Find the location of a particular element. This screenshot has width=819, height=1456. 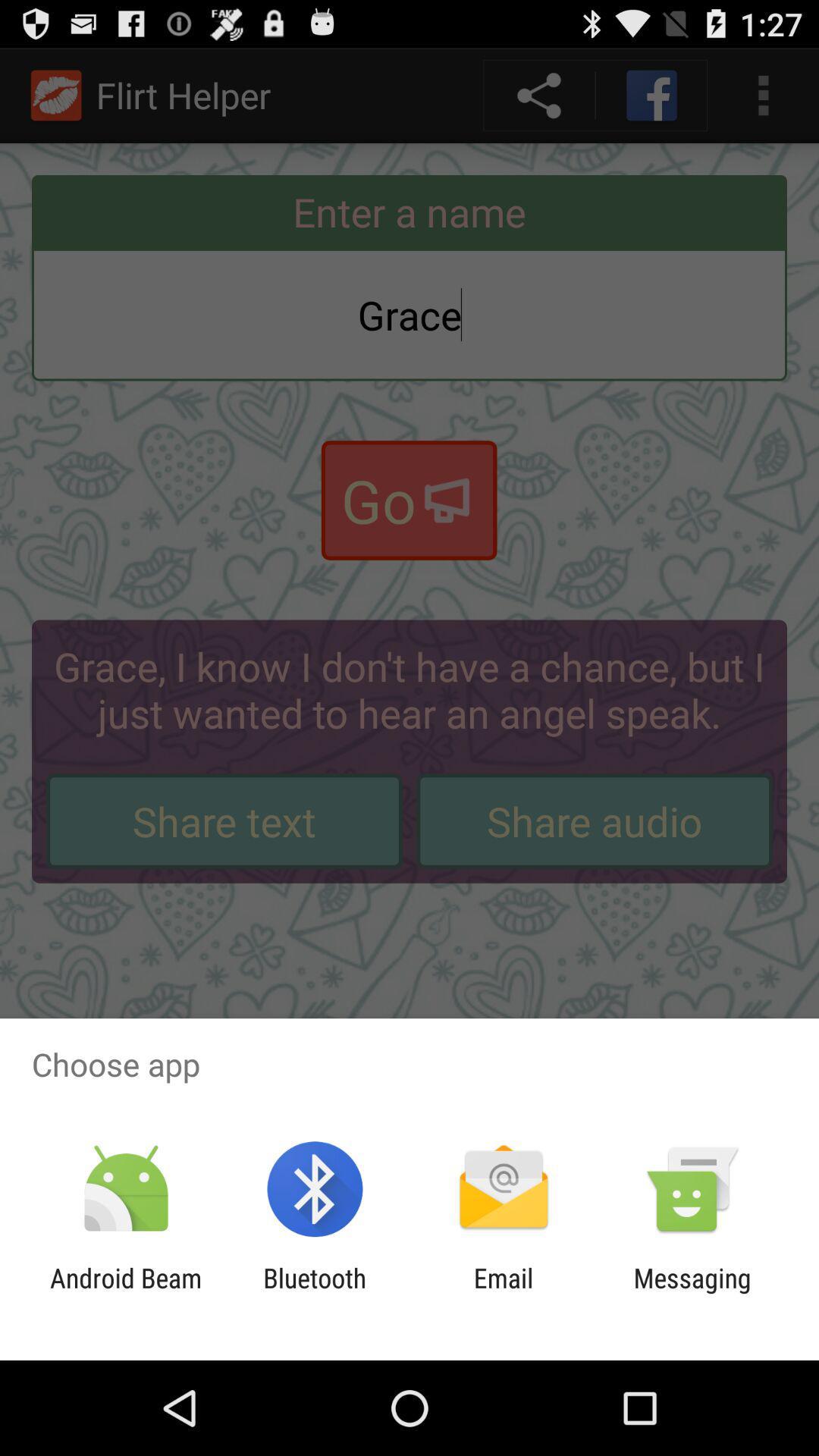

email icon is located at coordinates (504, 1293).